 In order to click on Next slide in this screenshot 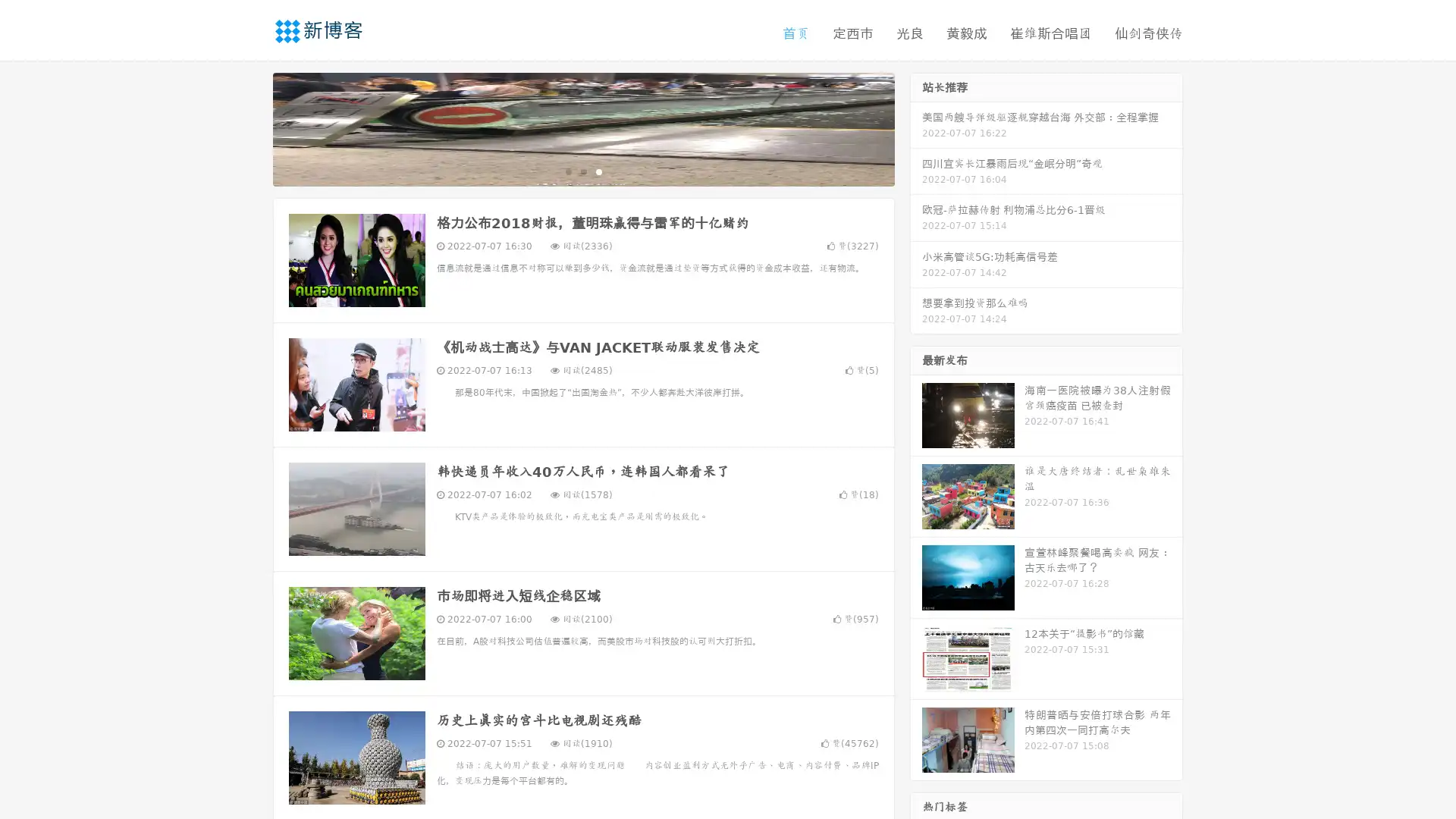, I will do `click(916, 127)`.